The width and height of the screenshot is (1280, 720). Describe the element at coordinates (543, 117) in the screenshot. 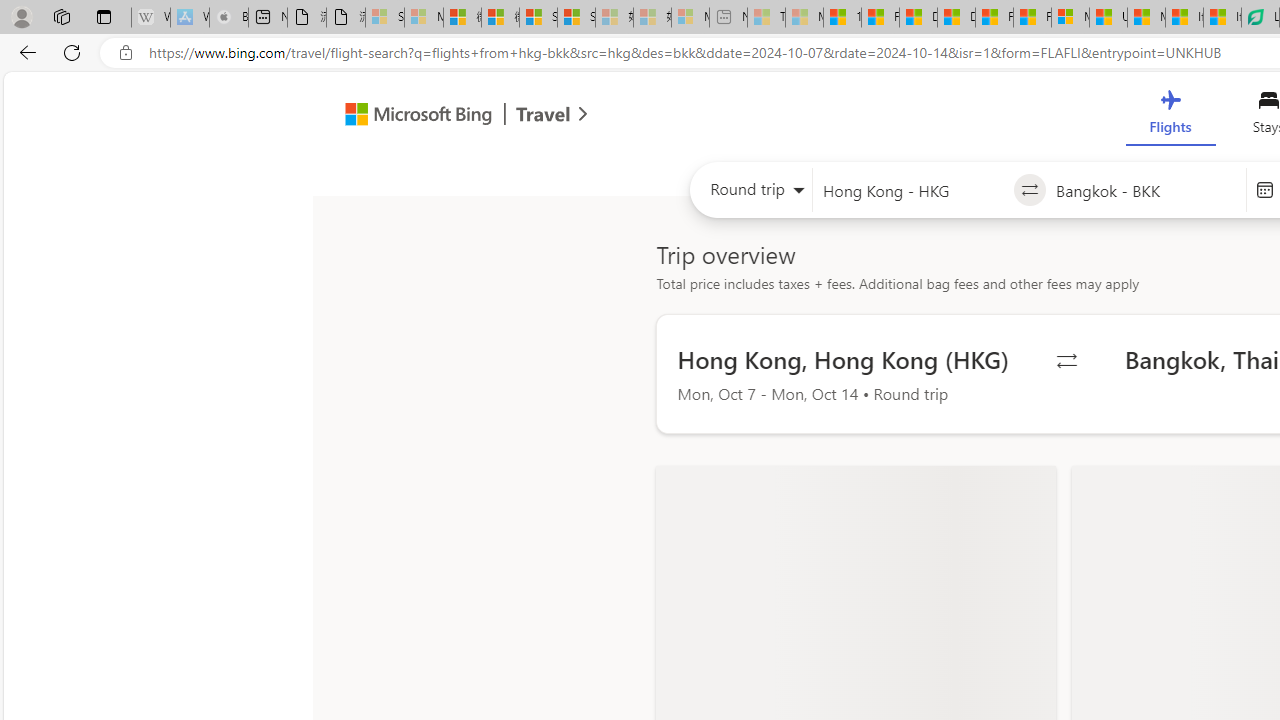

I see `'Travel'` at that location.